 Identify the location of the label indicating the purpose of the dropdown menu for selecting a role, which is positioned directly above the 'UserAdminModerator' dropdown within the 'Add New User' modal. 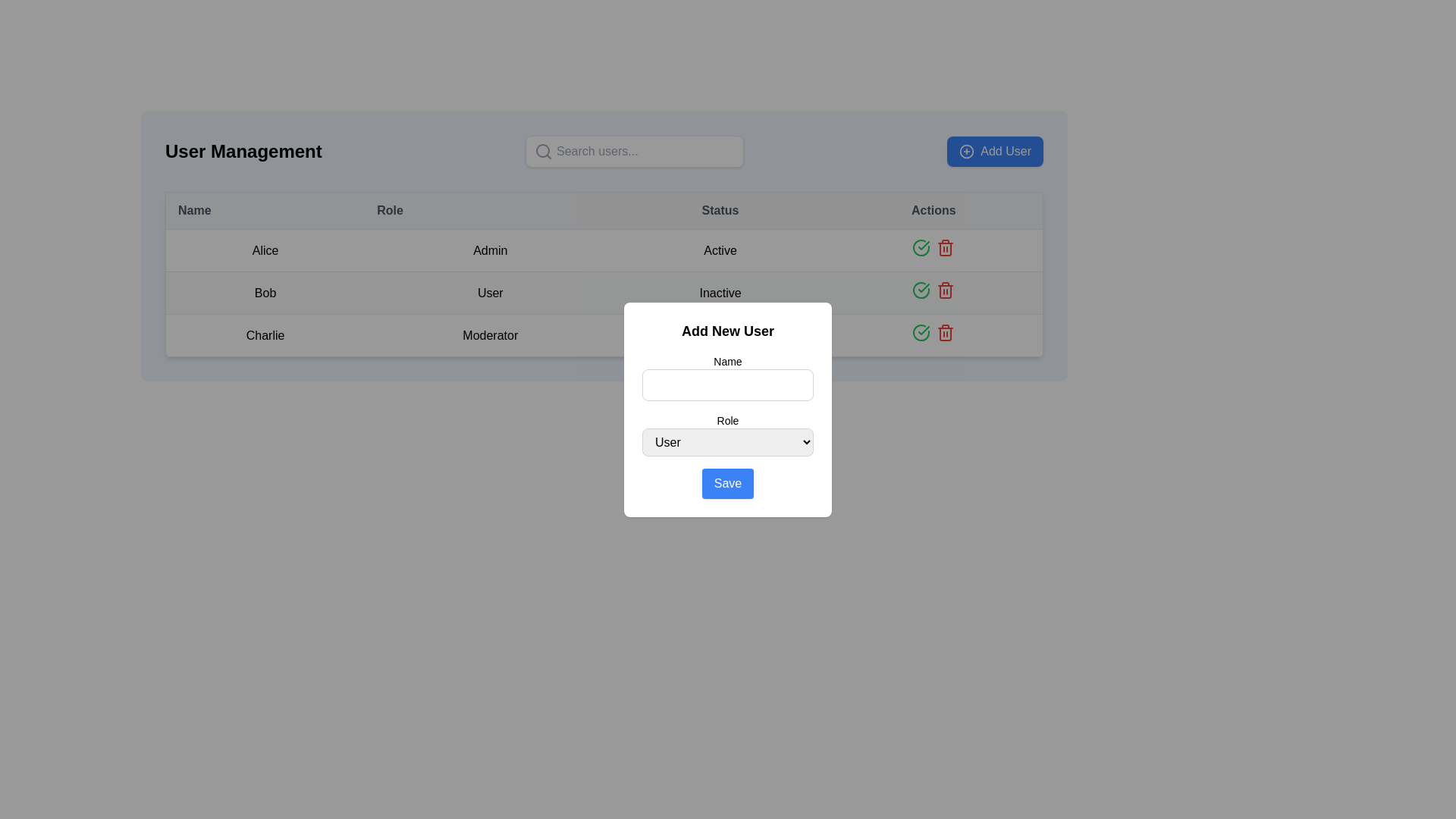
(728, 420).